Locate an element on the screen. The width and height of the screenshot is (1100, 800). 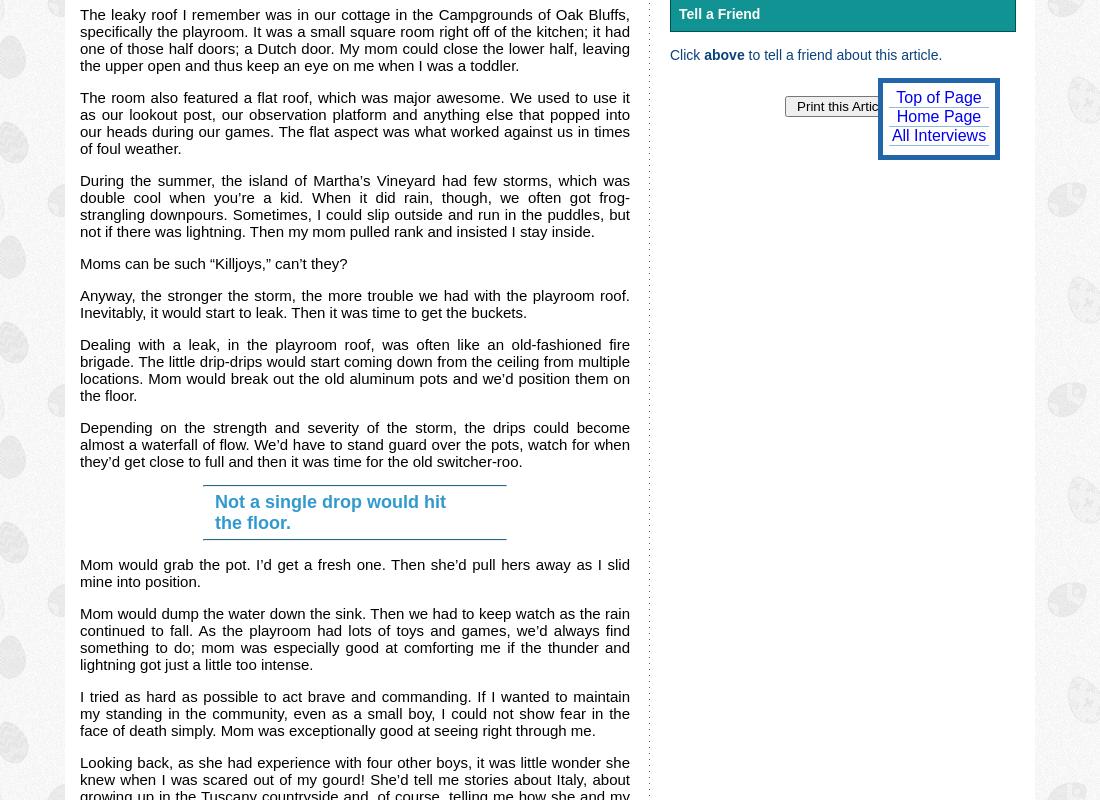
'Mom would dump the water down the sink. Then we had to keep watch as the rain continued to fall. As the playroom had lots of toys and games, we’d always find something to do; mom was especially good at comforting me if the thunder and lightning got just a little too intense.' is located at coordinates (354, 638).